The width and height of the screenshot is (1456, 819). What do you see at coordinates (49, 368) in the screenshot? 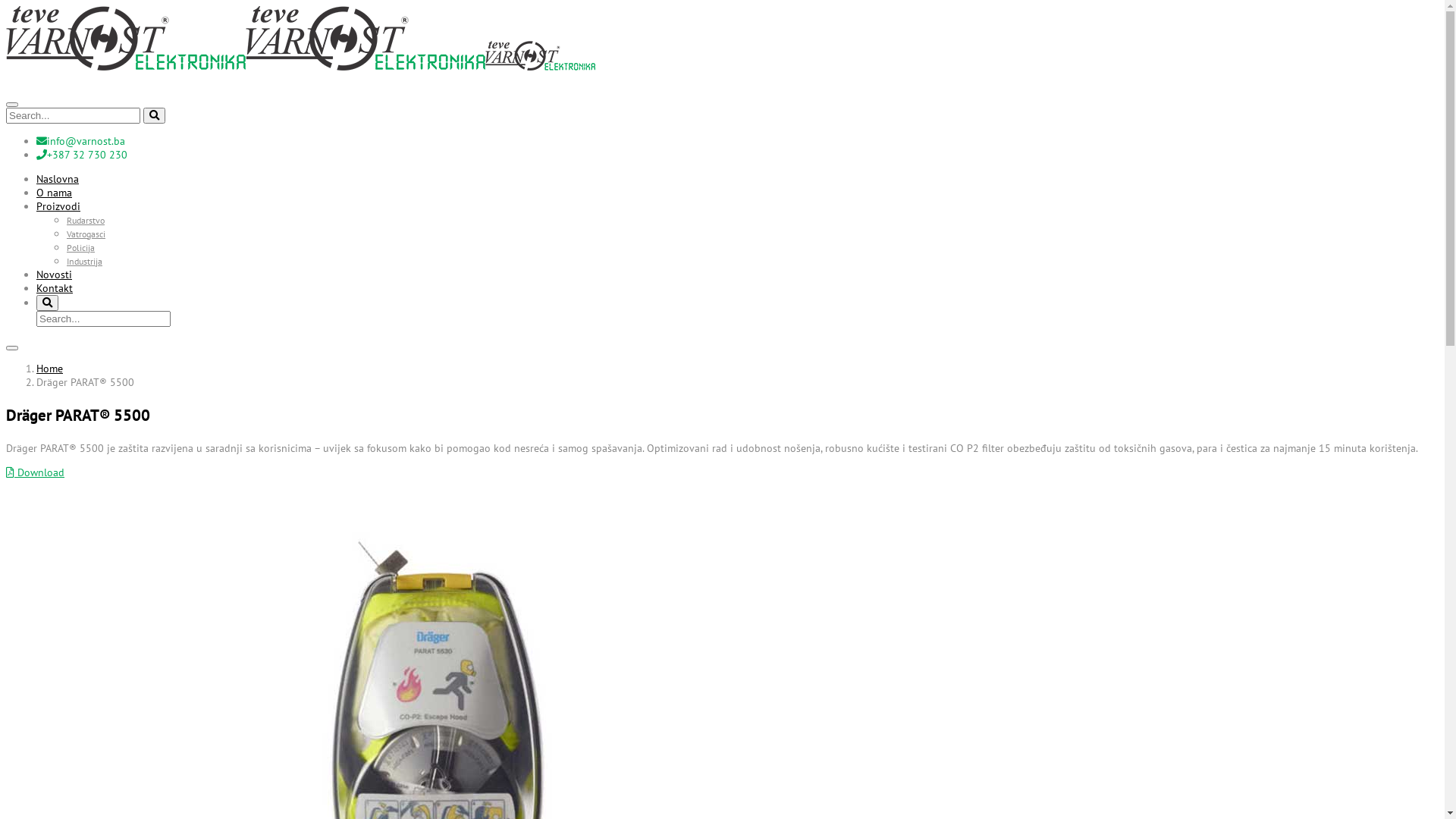
I see `'Home'` at bounding box center [49, 368].